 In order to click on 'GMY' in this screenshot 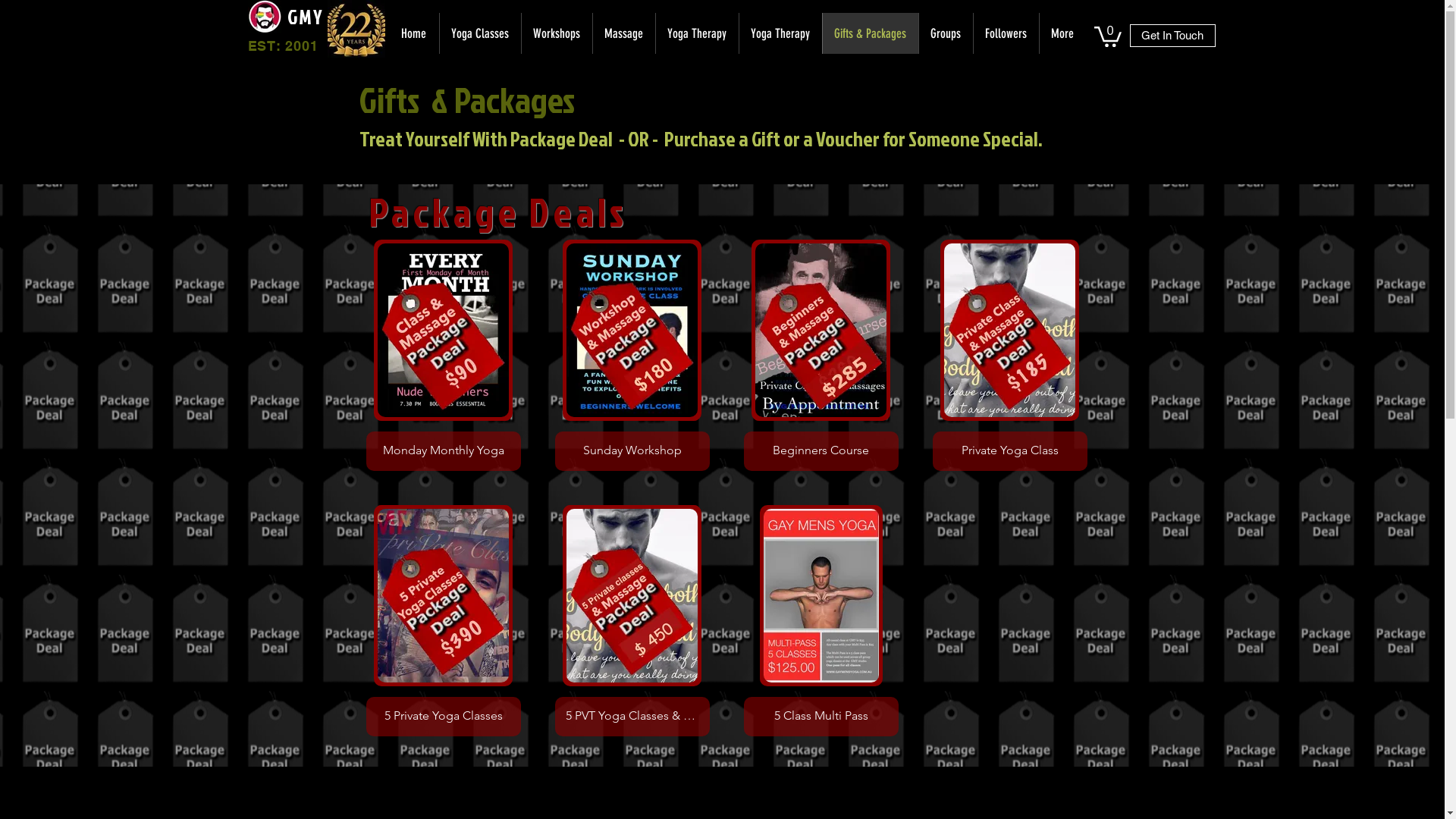, I will do `click(304, 17)`.